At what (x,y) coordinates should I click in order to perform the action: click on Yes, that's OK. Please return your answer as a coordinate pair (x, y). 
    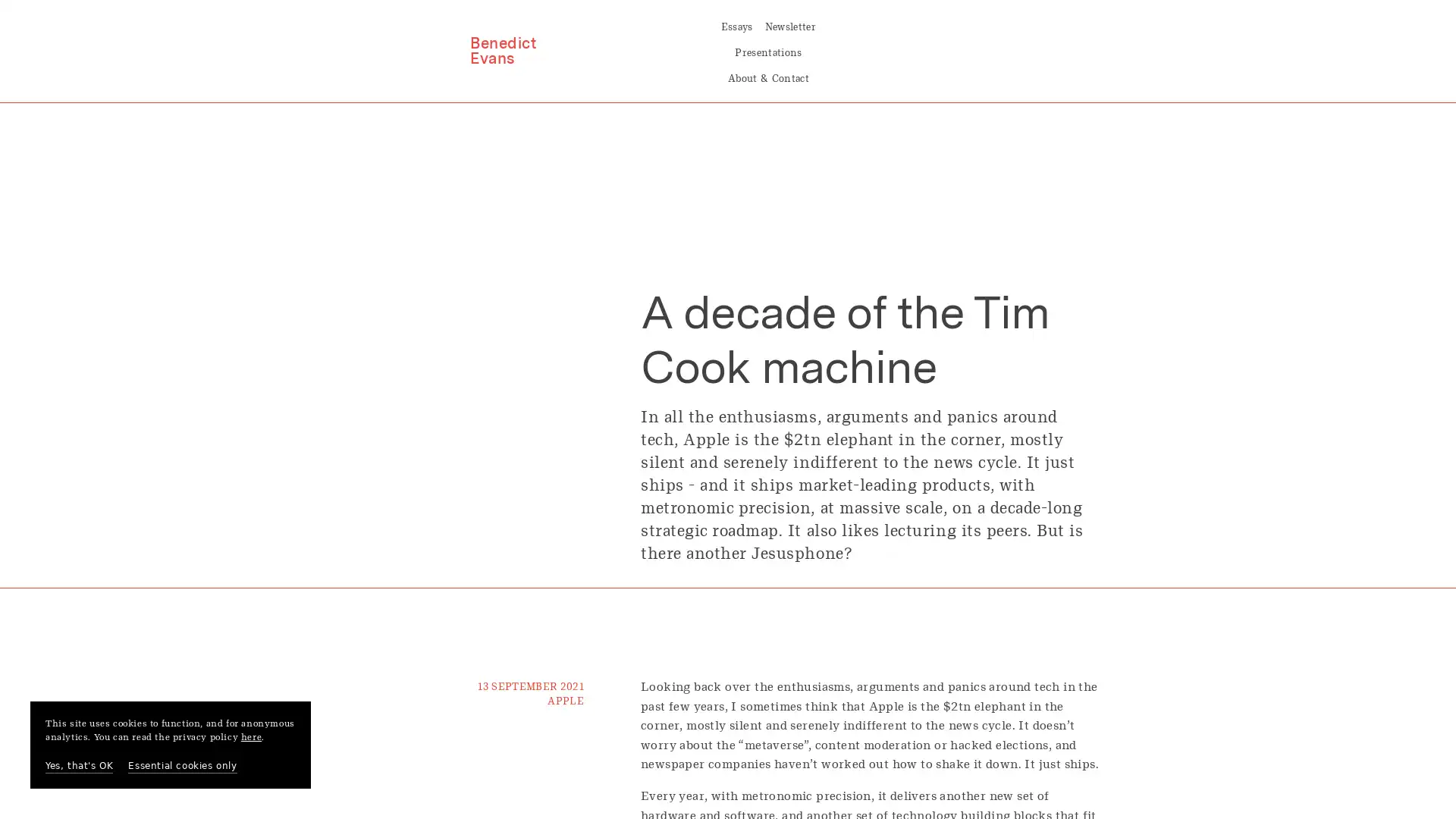
    Looking at the image, I should click on (78, 766).